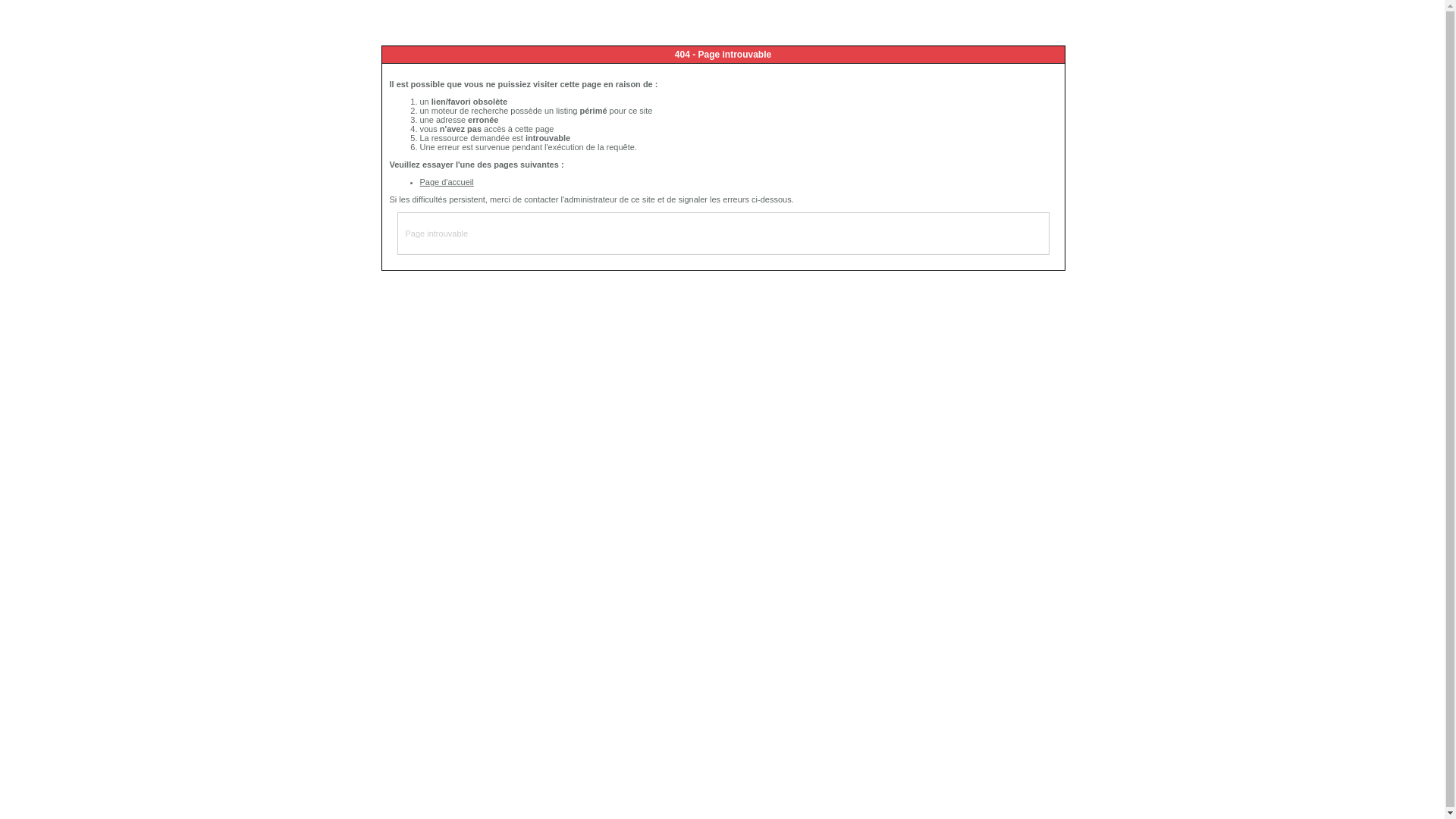 The image size is (1456, 819). What do you see at coordinates (446, 180) in the screenshot?
I see `'Page d'accueil'` at bounding box center [446, 180].